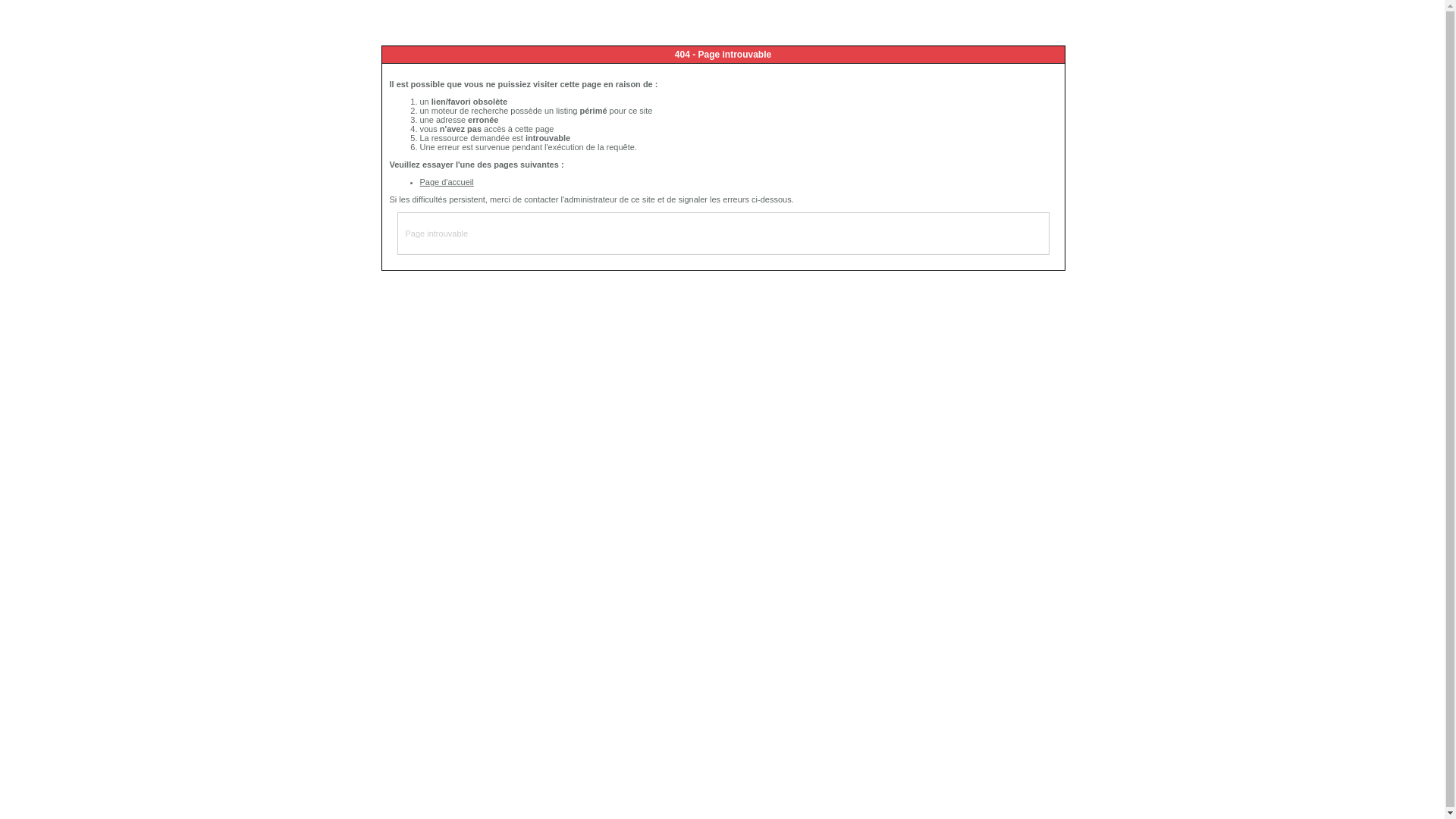 The image size is (1456, 819). What do you see at coordinates (446, 180) in the screenshot?
I see `'Page d'accueil'` at bounding box center [446, 180].